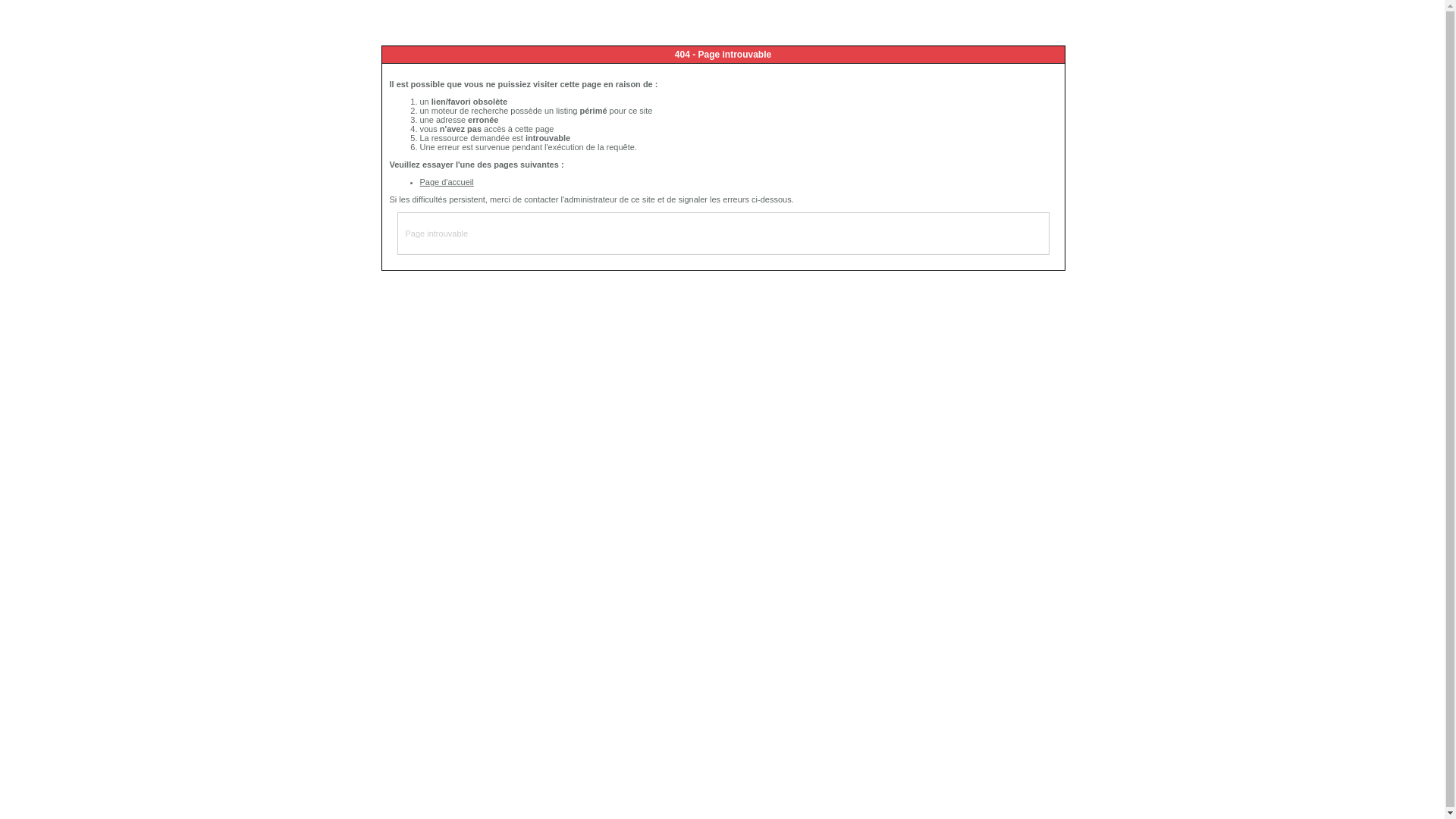 The image size is (1456, 819). What do you see at coordinates (446, 180) in the screenshot?
I see `'Page d'accueil'` at bounding box center [446, 180].